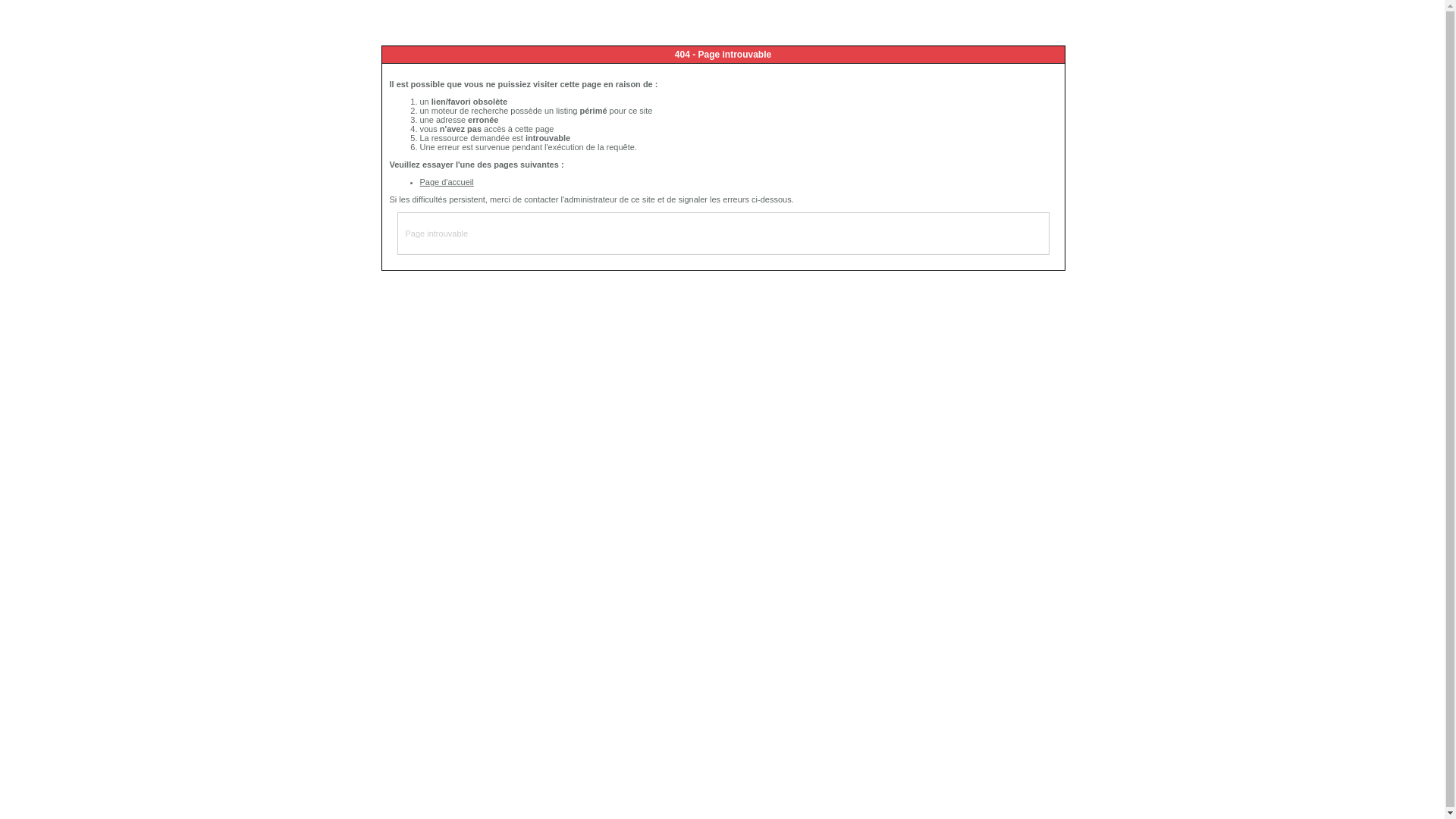 The image size is (1456, 819). What do you see at coordinates (446, 180) in the screenshot?
I see `'Page d'accueil'` at bounding box center [446, 180].